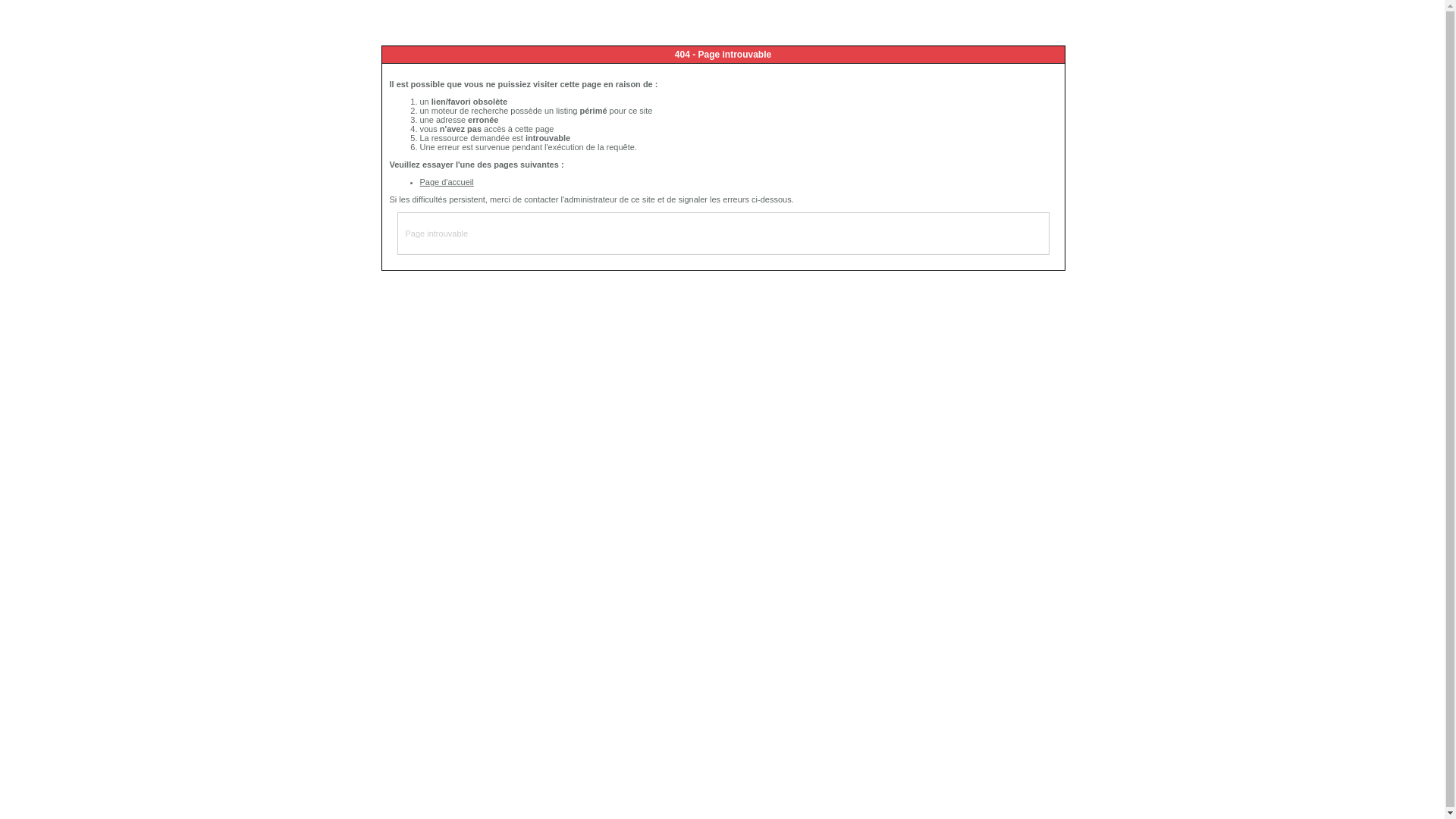 The image size is (1456, 819). What do you see at coordinates (446, 180) in the screenshot?
I see `'Page d'accueil'` at bounding box center [446, 180].